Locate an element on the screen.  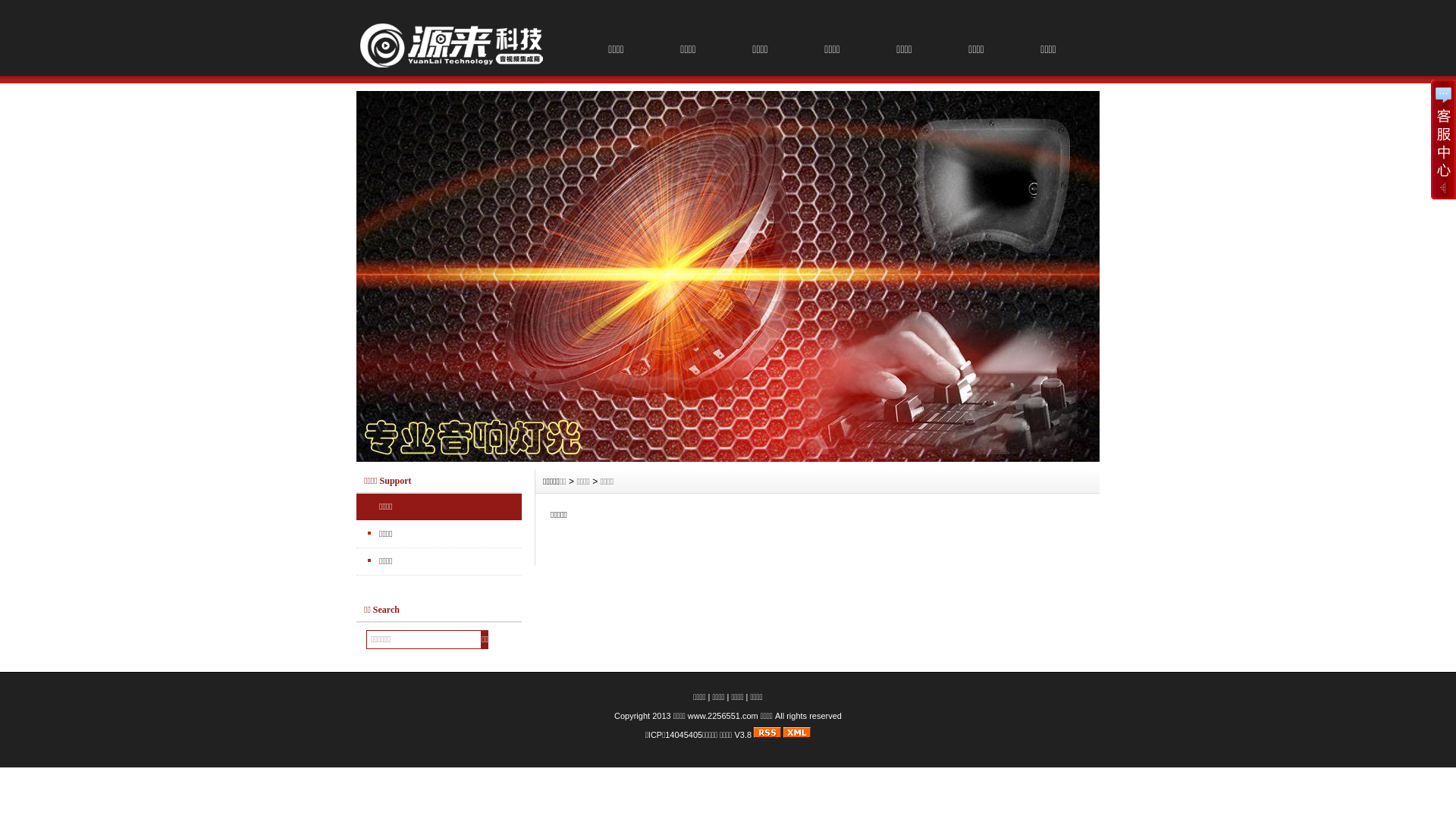
'V3.8' is located at coordinates (742, 733).